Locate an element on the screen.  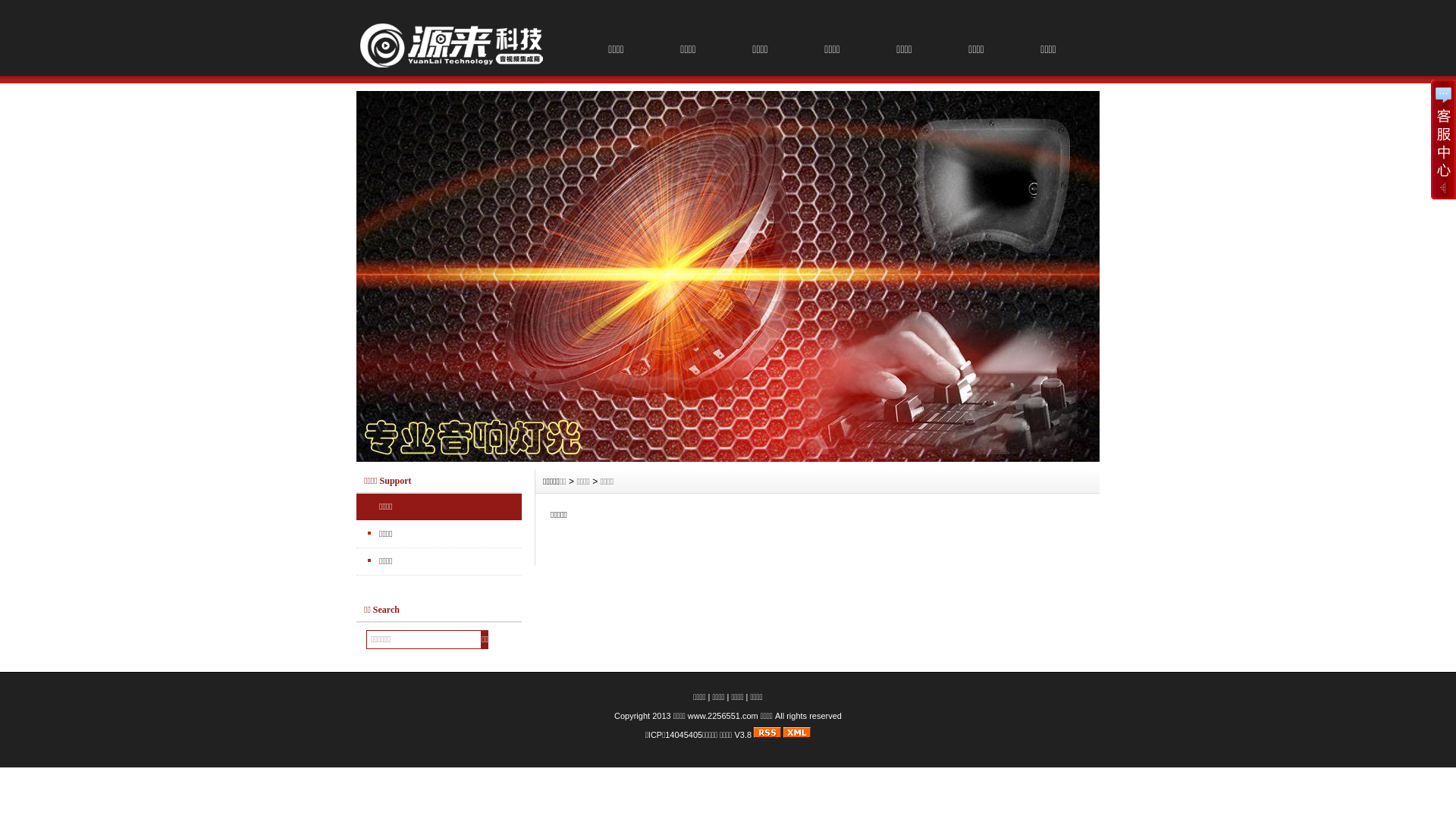
'V3.8' is located at coordinates (742, 733).